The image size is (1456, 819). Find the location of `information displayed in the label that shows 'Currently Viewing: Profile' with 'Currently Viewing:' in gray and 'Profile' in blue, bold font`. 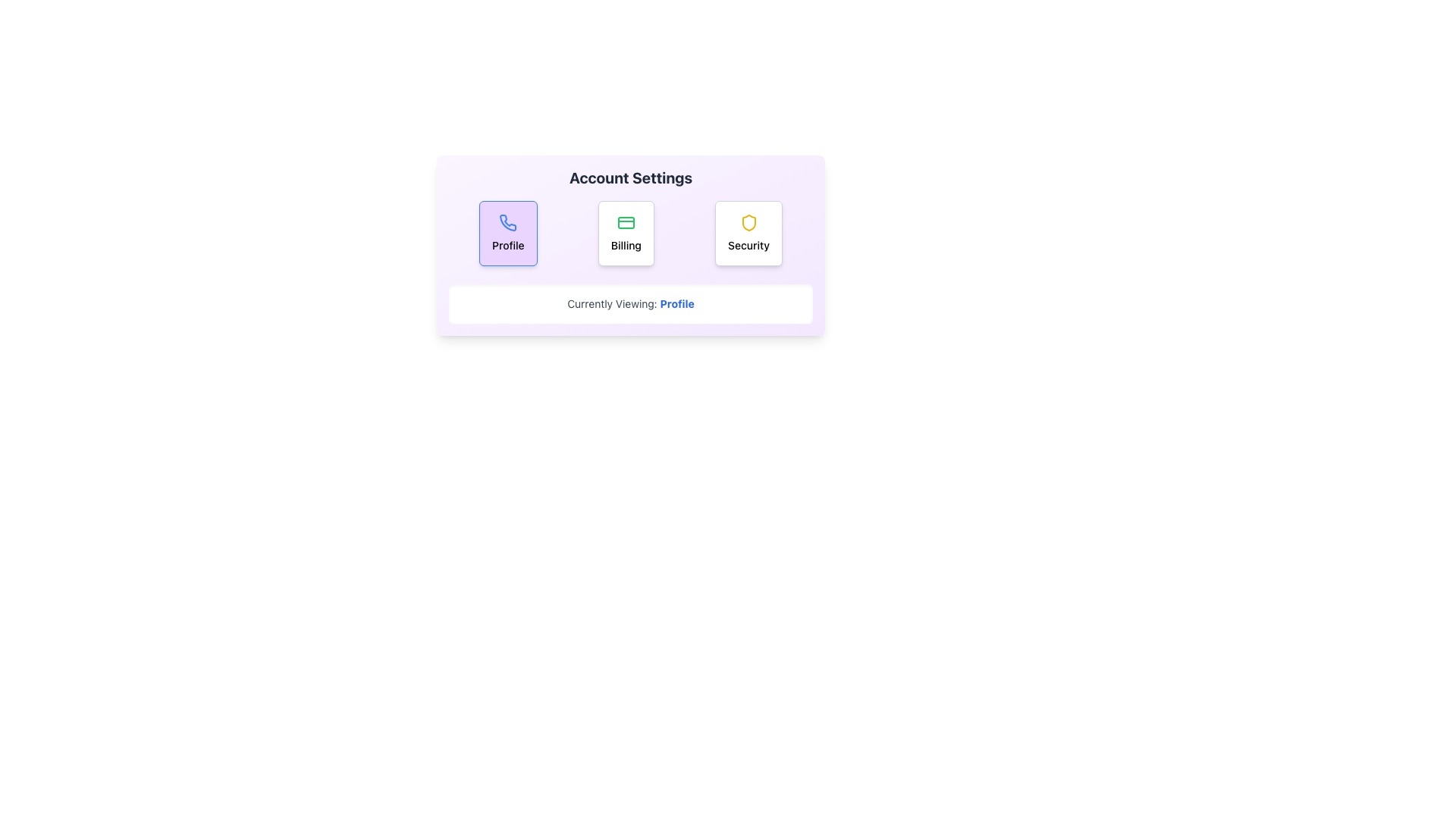

information displayed in the label that shows 'Currently Viewing: Profile' with 'Currently Viewing:' in gray and 'Profile' in blue, bold font is located at coordinates (630, 304).